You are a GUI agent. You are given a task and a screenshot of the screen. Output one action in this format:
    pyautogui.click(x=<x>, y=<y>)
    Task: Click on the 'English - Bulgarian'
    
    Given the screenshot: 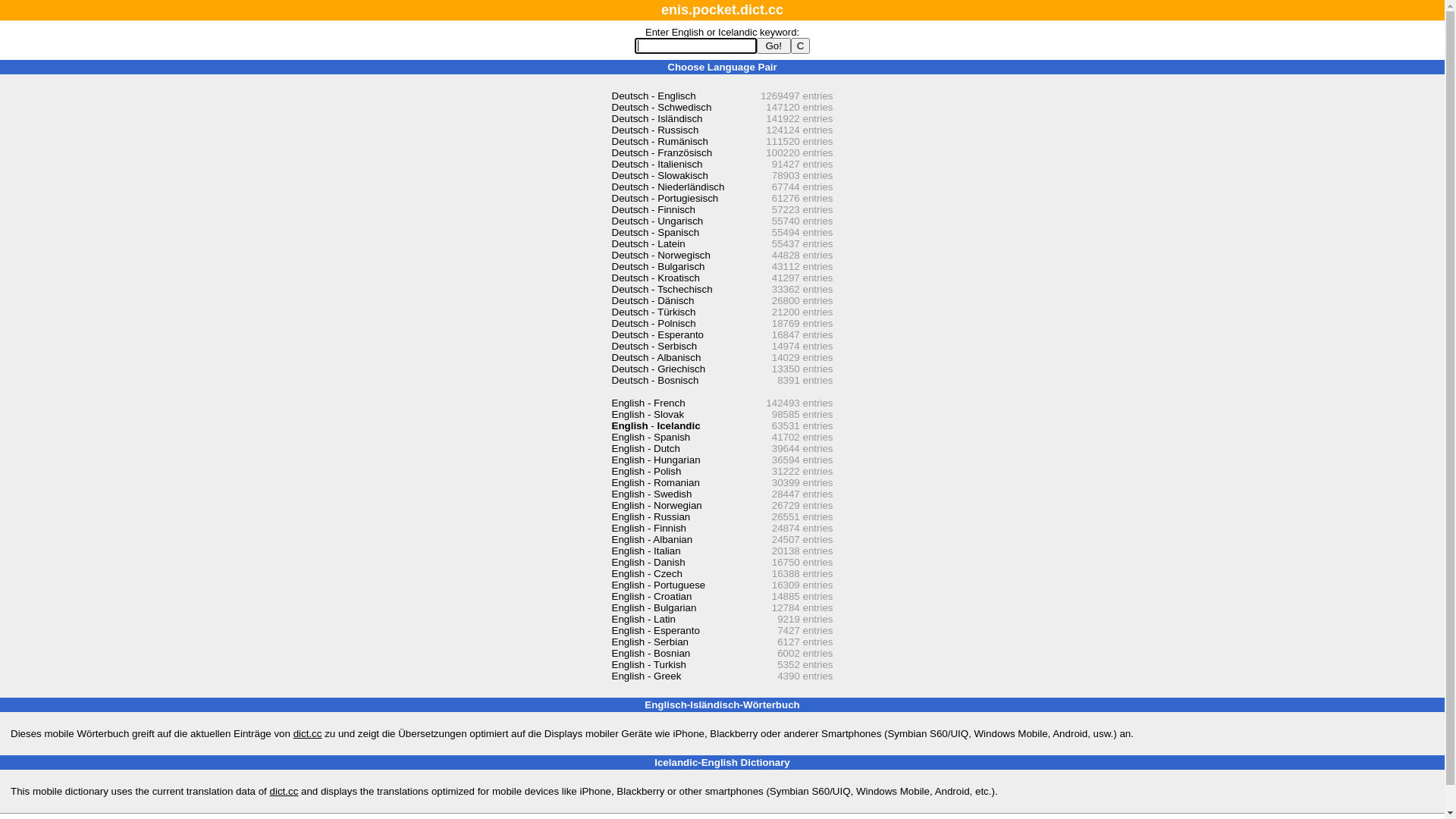 What is the action you would take?
    pyautogui.click(x=654, y=607)
    